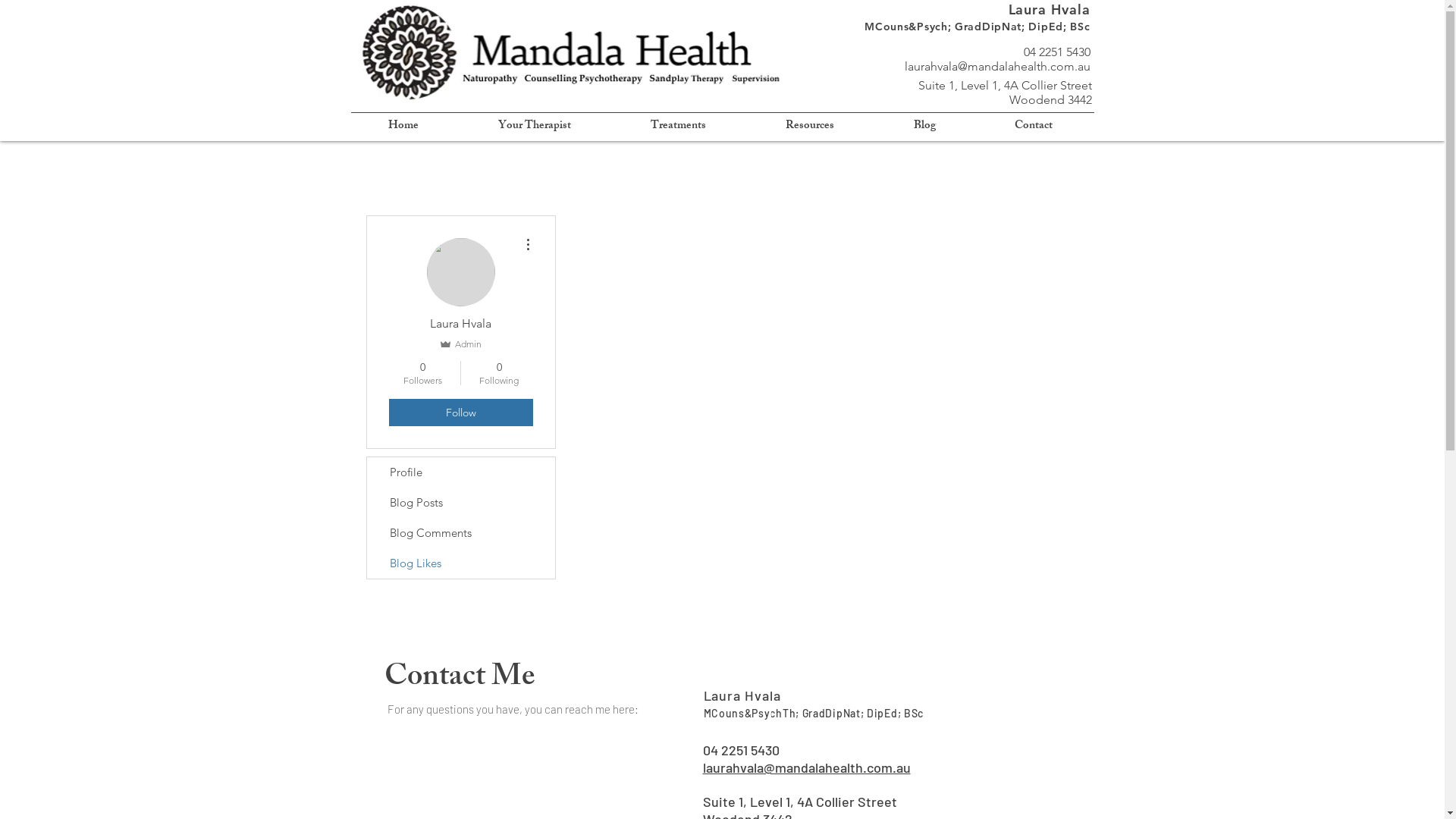 This screenshot has width=1456, height=819. What do you see at coordinates (1008, 9) in the screenshot?
I see `'Laura Hvala'` at bounding box center [1008, 9].